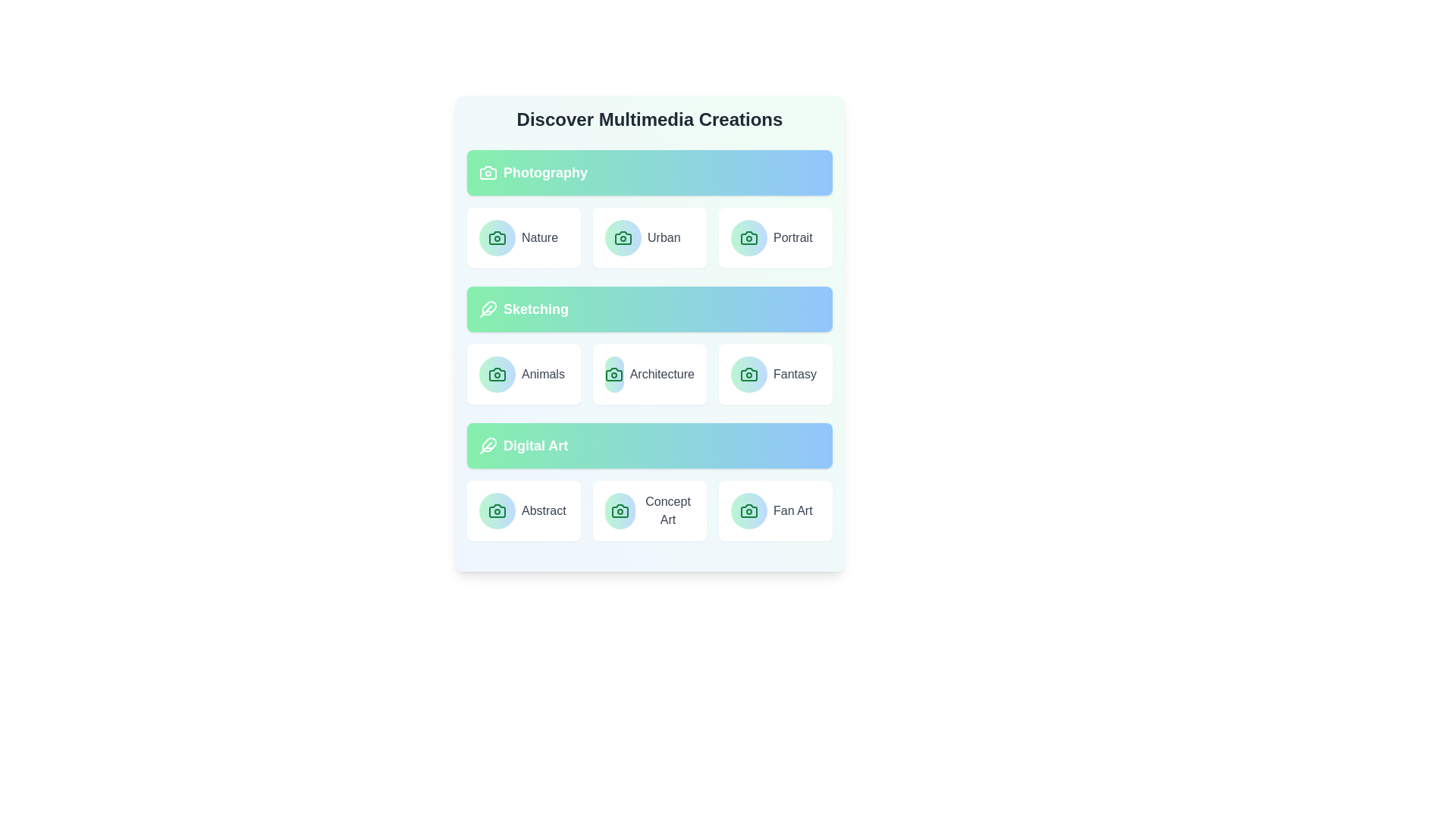 Image resolution: width=1456 pixels, height=819 pixels. Describe the element at coordinates (650, 171) in the screenshot. I see `the category header Photography to focus on its contents` at that location.